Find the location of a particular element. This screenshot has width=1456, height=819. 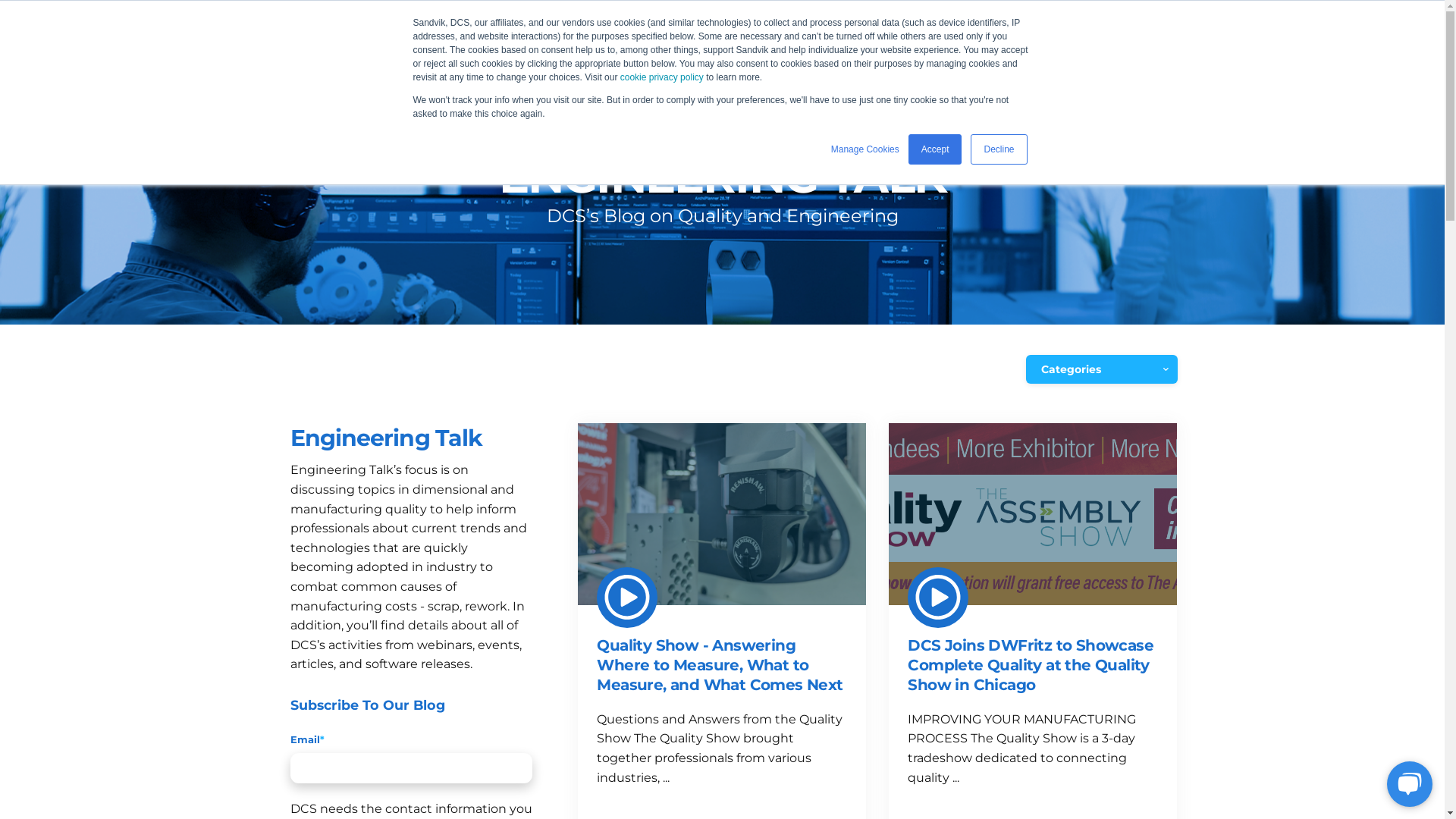

'Careers' is located at coordinates (821, 59).